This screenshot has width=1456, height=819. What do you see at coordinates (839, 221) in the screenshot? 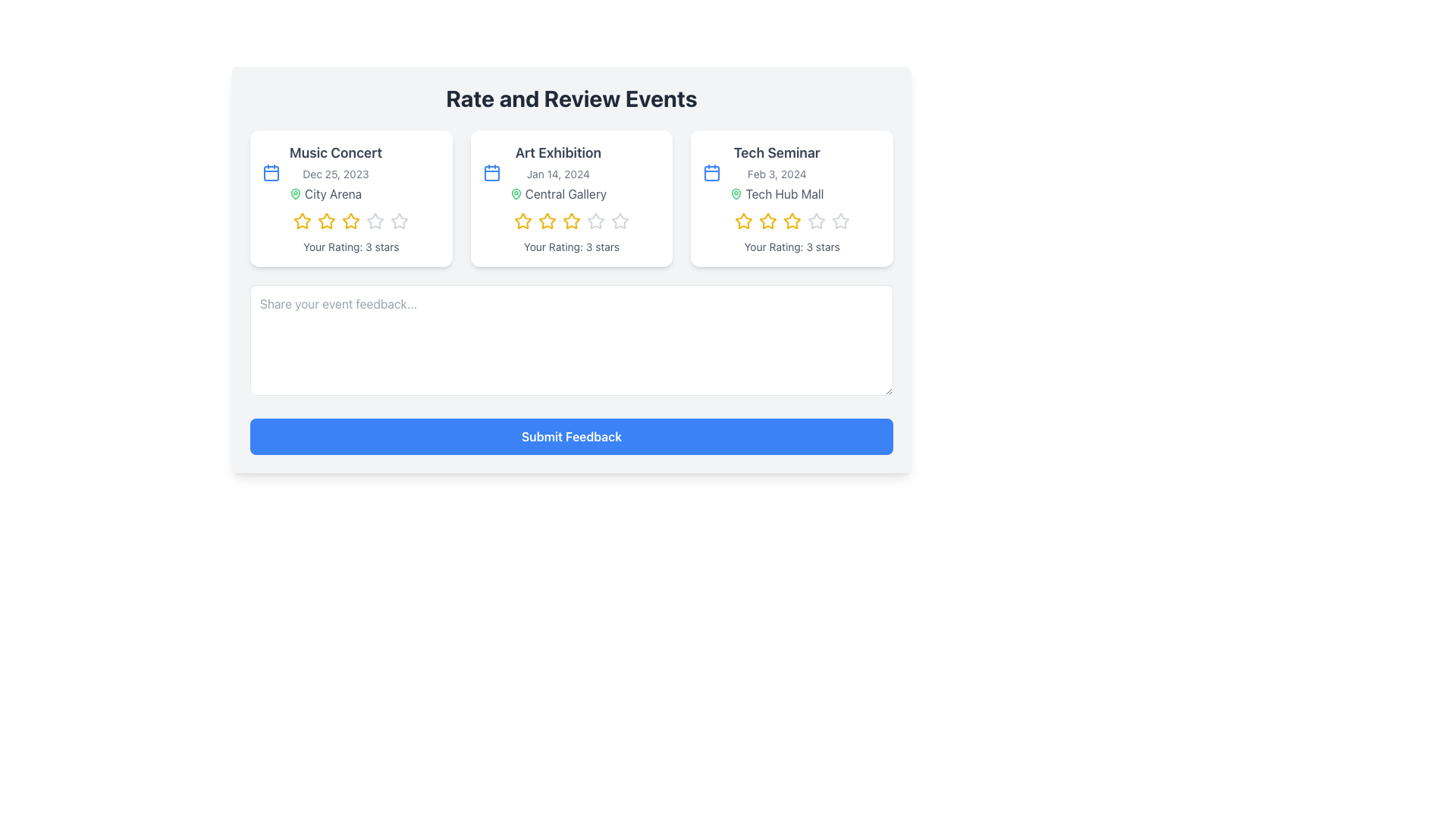
I see `the 5th star in the 'Tech Seminar' rating section` at bounding box center [839, 221].